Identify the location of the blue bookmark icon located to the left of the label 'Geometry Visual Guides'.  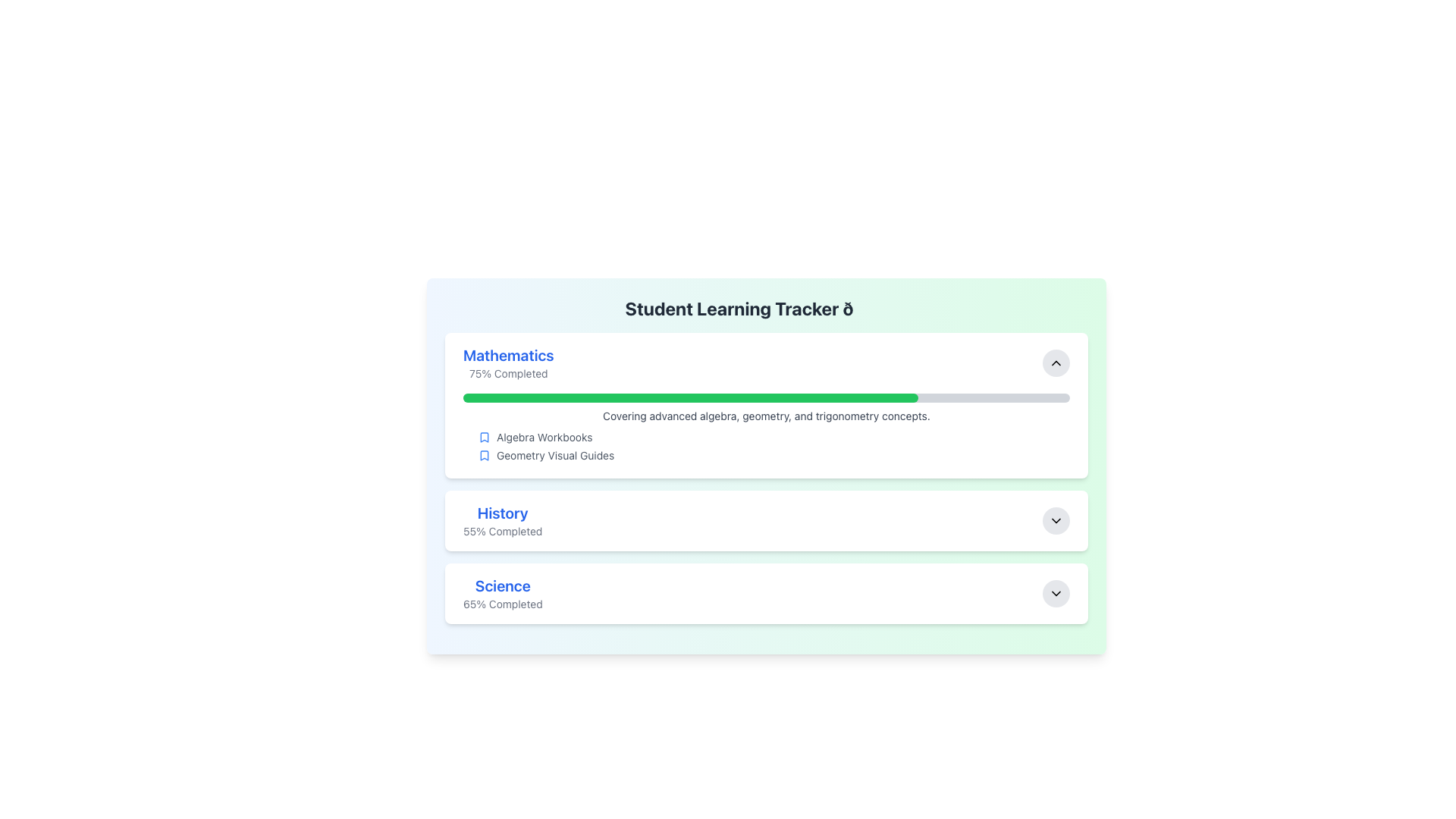
(483, 455).